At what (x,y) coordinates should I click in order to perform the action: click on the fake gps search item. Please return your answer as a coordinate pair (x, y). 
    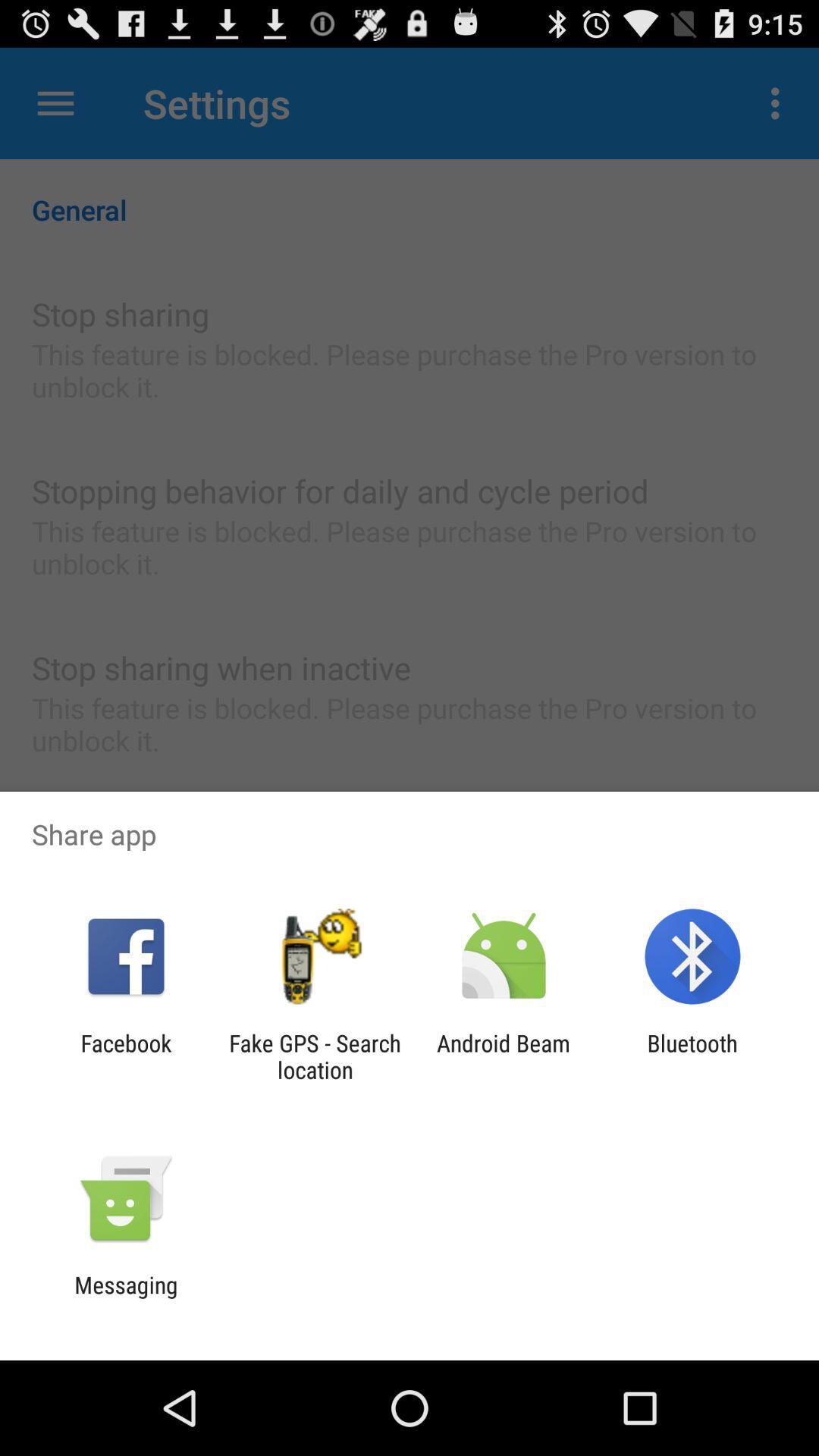
    Looking at the image, I should click on (314, 1056).